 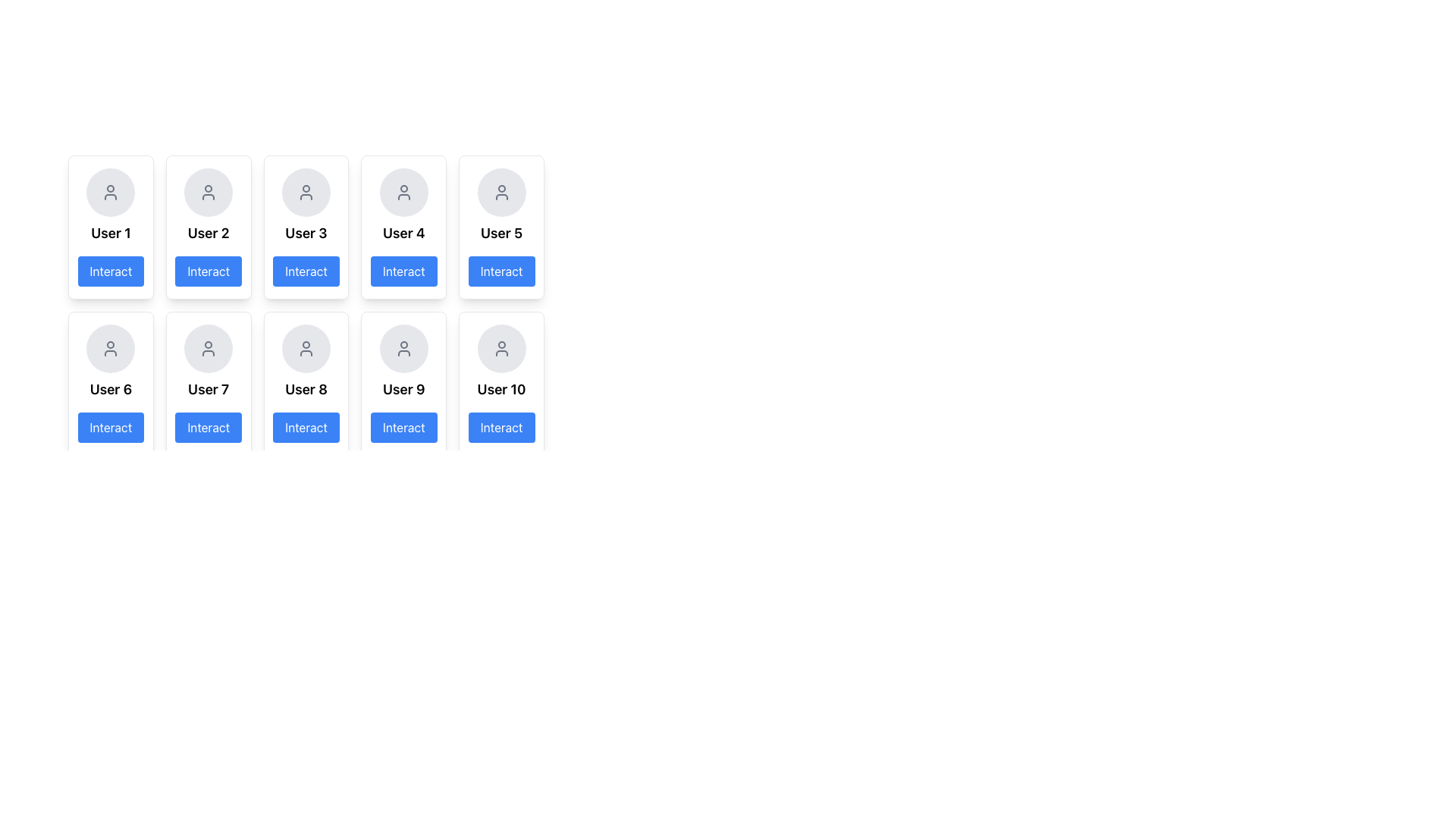 What do you see at coordinates (208, 271) in the screenshot?
I see `the rectangular button with a blue background and white text 'Interact' located at the bottom of the card for 'User 2'` at bounding box center [208, 271].